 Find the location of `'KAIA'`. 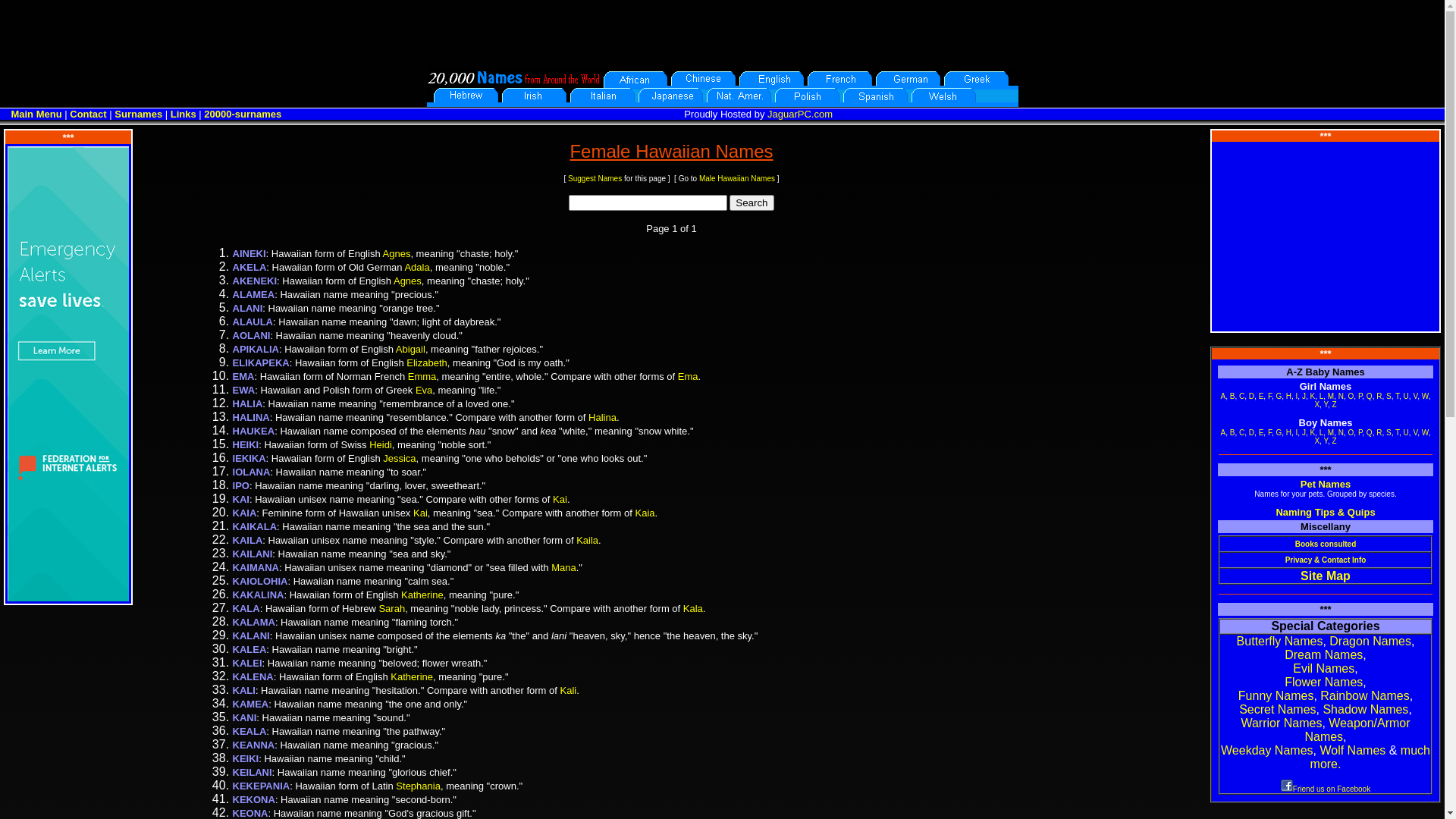

'KAIA' is located at coordinates (244, 512).